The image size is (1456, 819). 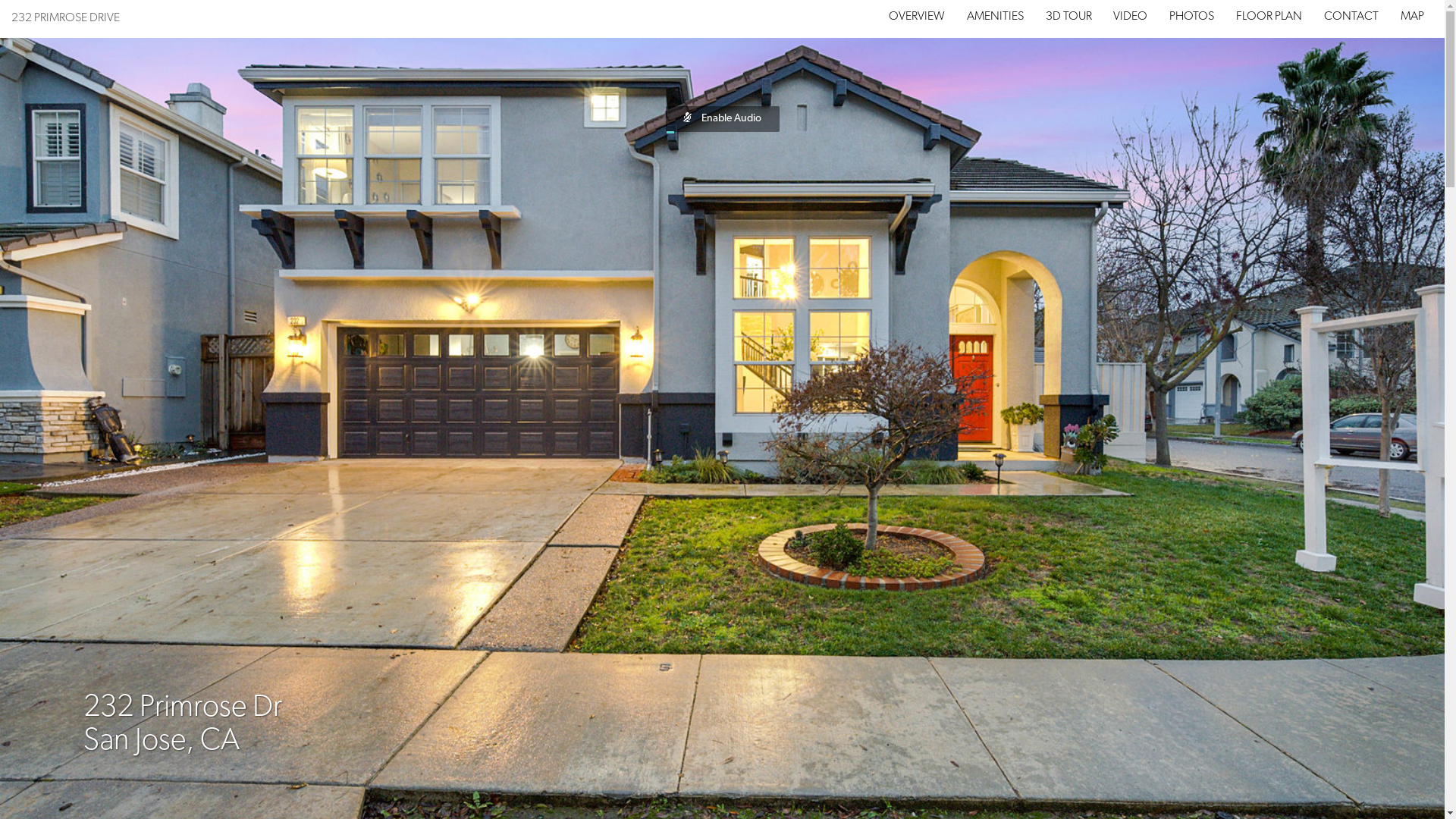 What do you see at coordinates (995, 17) in the screenshot?
I see `'AMENITIES'` at bounding box center [995, 17].